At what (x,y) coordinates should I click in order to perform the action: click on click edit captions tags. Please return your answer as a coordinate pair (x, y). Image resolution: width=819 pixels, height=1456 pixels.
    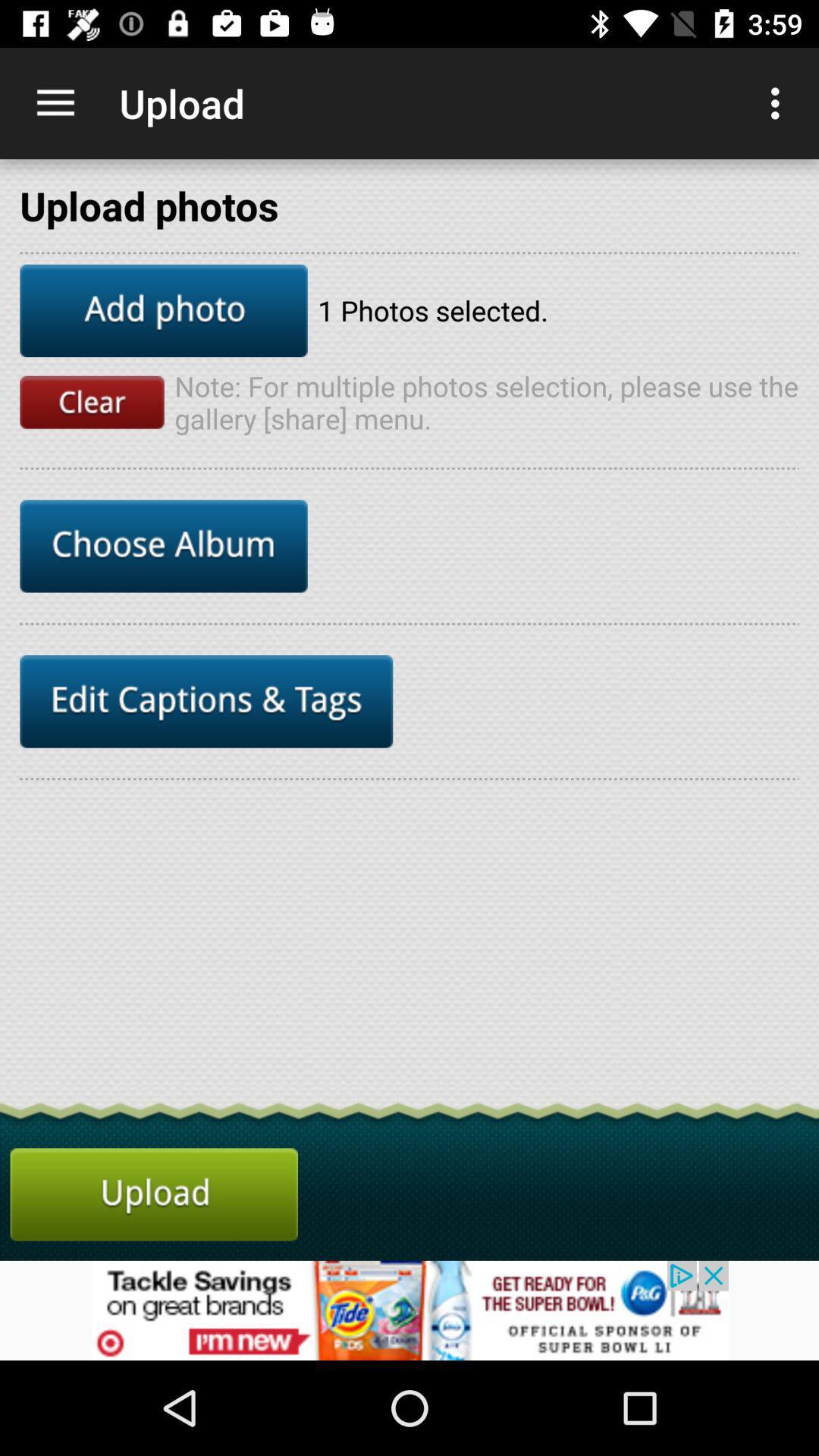
    Looking at the image, I should click on (206, 701).